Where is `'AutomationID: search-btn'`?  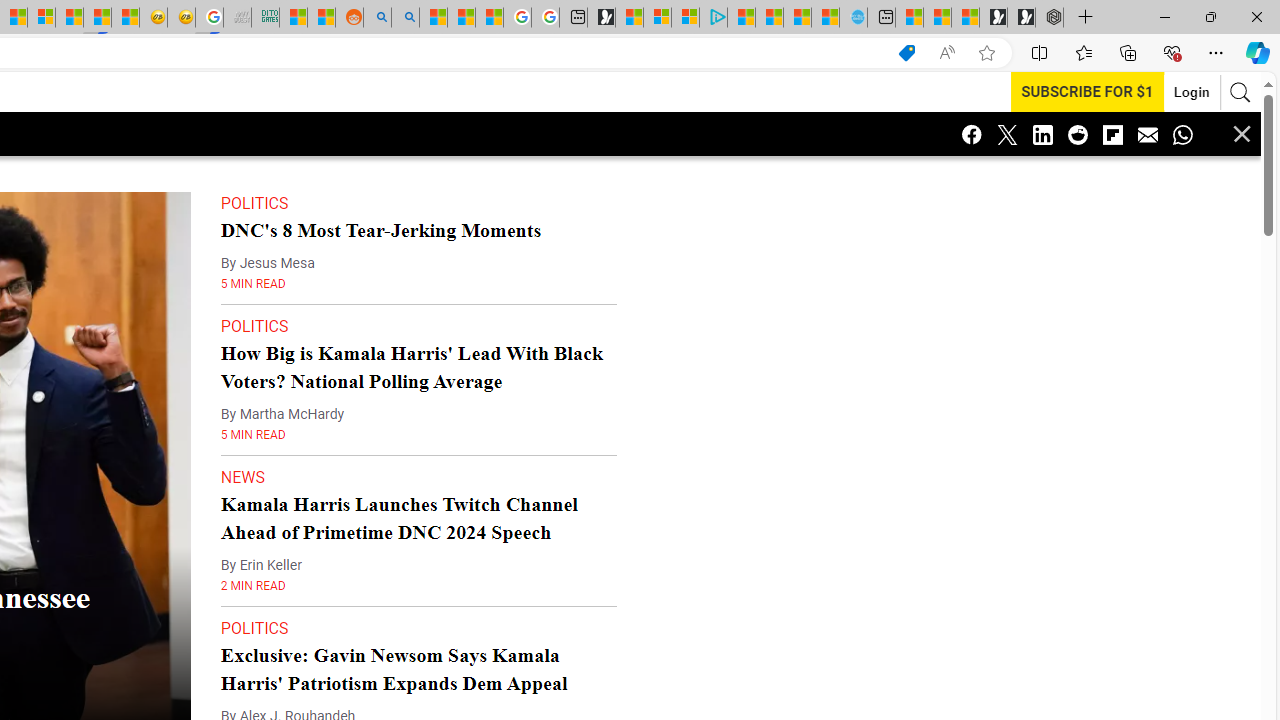 'AutomationID: search-btn' is located at coordinates (1227, 92).